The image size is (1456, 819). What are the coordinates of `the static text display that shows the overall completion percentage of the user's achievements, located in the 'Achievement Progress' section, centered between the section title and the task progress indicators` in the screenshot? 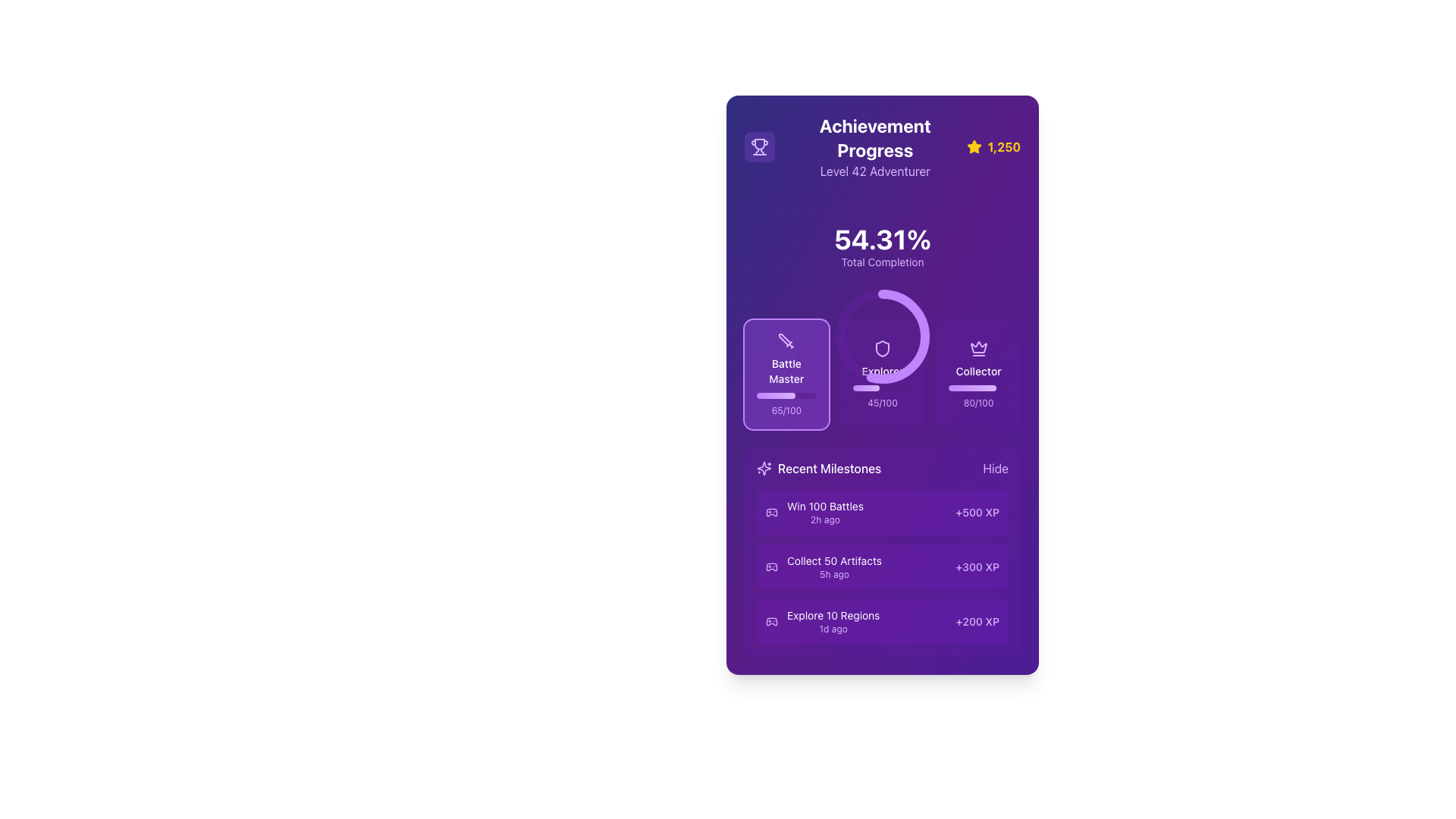 It's located at (882, 246).